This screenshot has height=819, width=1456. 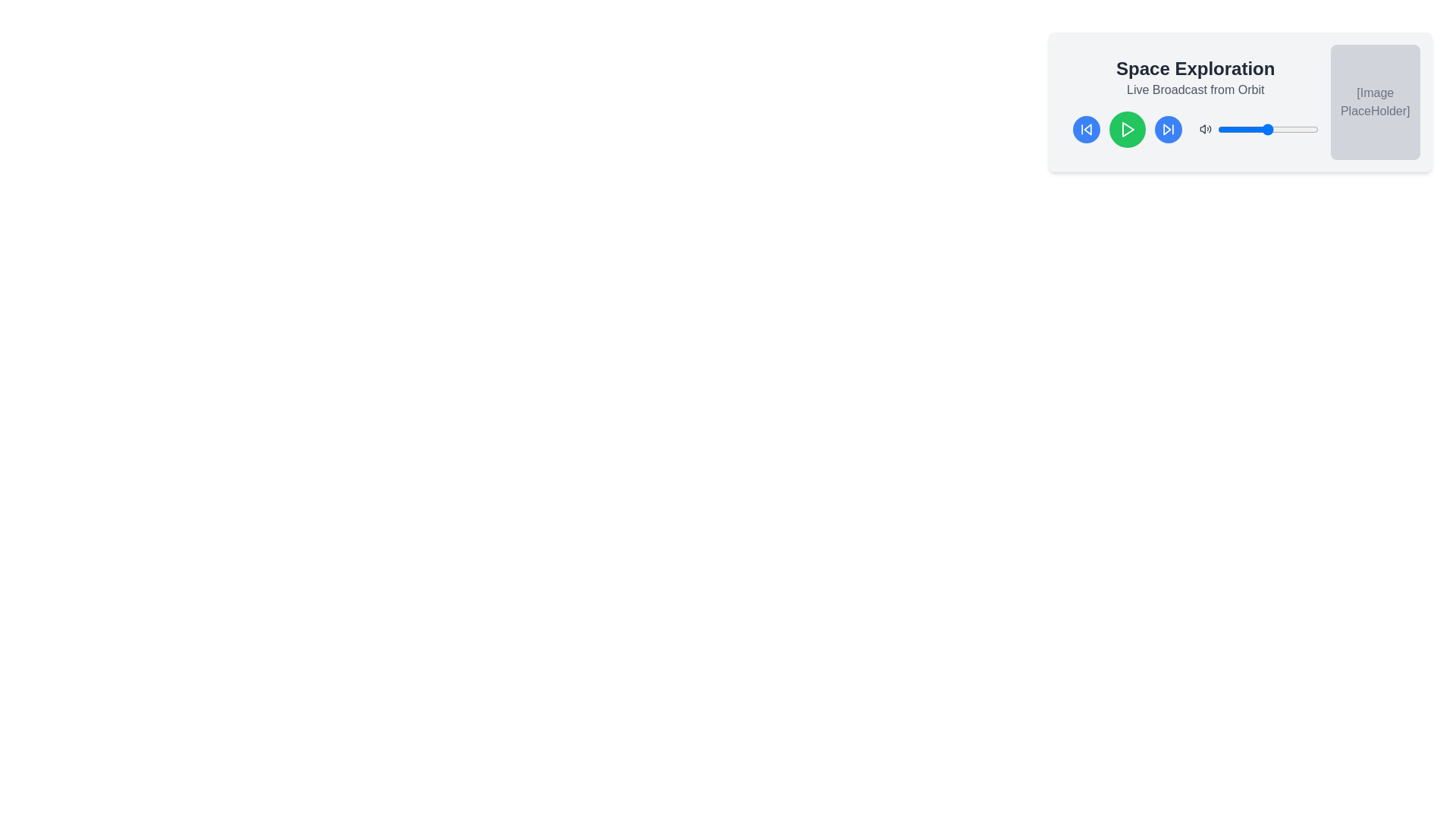 I want to click on the previous button in the Space Exploration control panel, so click(x=1086, y=128).